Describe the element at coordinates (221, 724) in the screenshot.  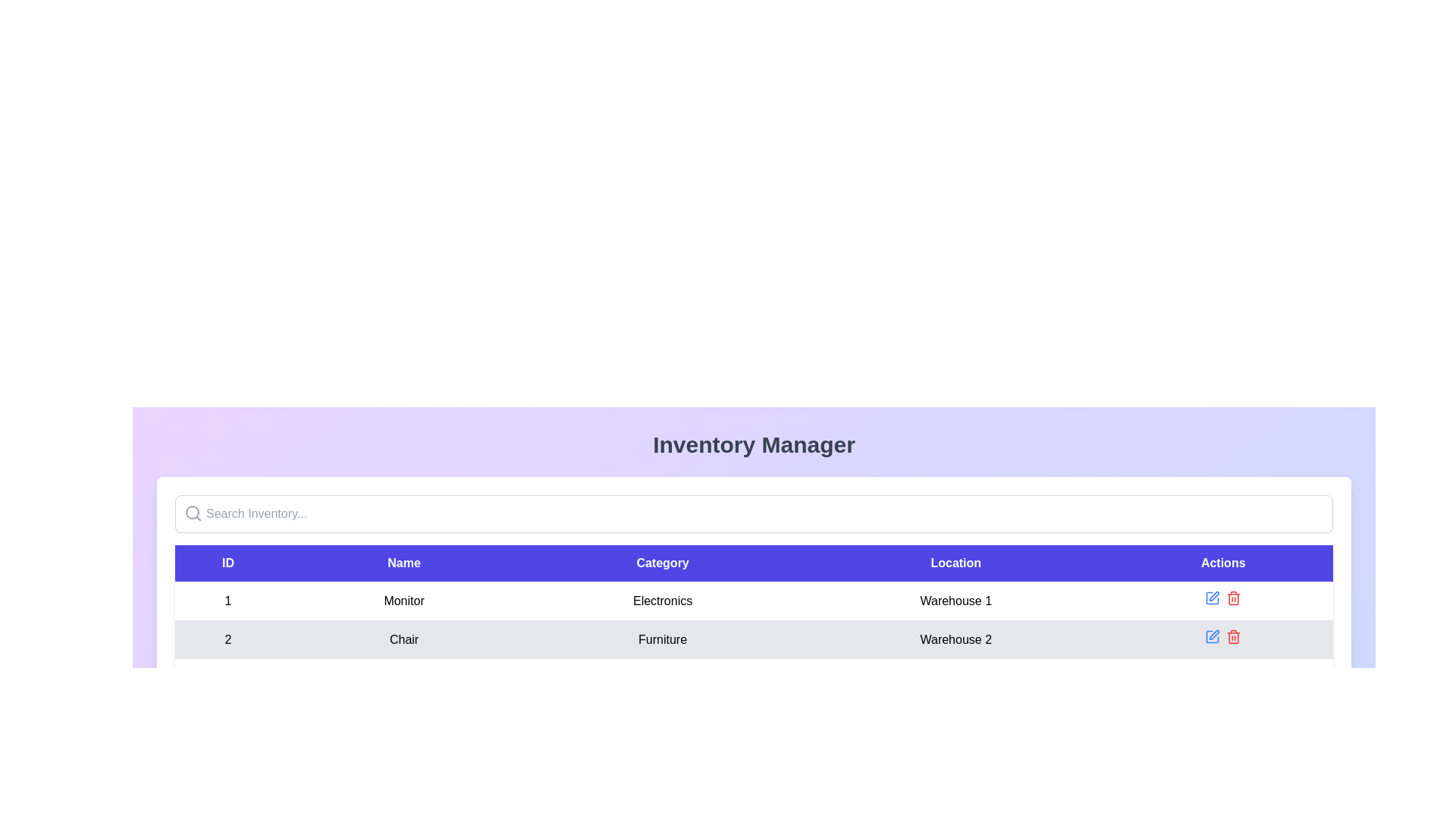
I see `the green 'Add Item' button with rounded corners located at the bottom left of the interface below the 'Inventory Manager' table to change its color to a slightly darker shade of green` at that location.